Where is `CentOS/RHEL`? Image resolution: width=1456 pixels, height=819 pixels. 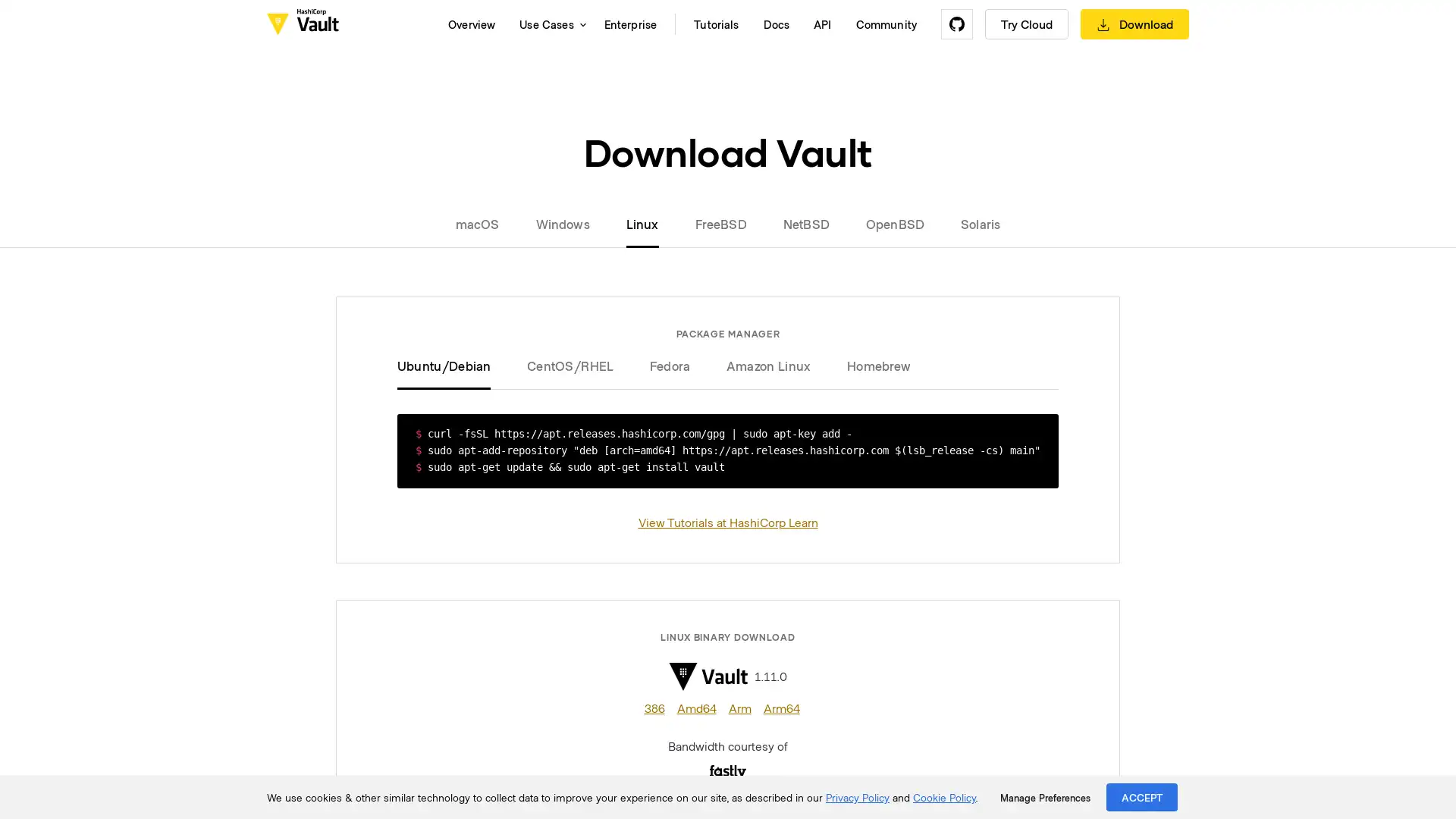
CentOS/RHEL is located at coordinates (570, 366).